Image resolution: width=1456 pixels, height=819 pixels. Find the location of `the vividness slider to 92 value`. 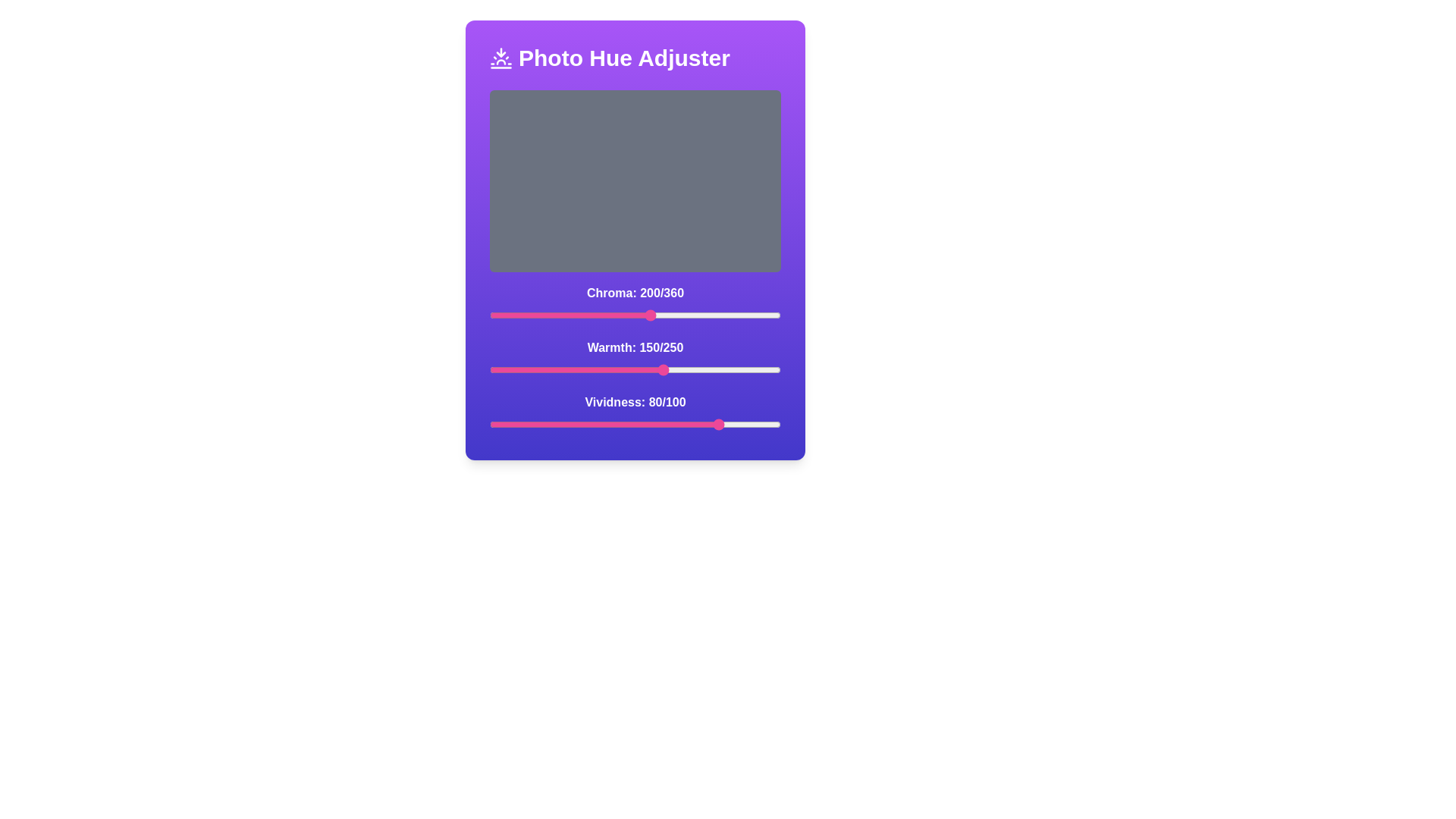

the vividness slider to 92 value is located at coordinates (758, 424).